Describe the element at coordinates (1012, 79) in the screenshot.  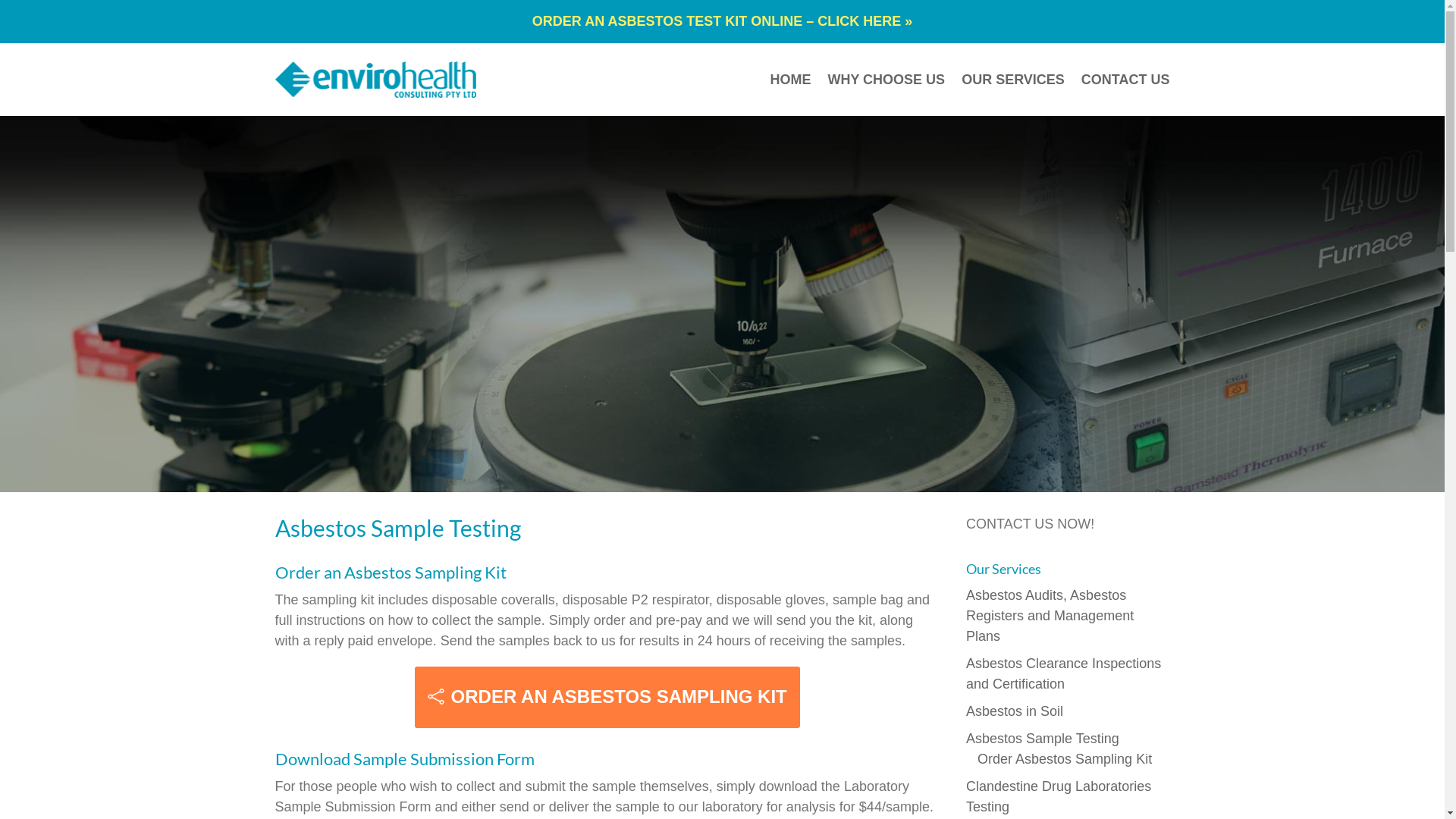
I see `'OUR SERVICES'` at that location.